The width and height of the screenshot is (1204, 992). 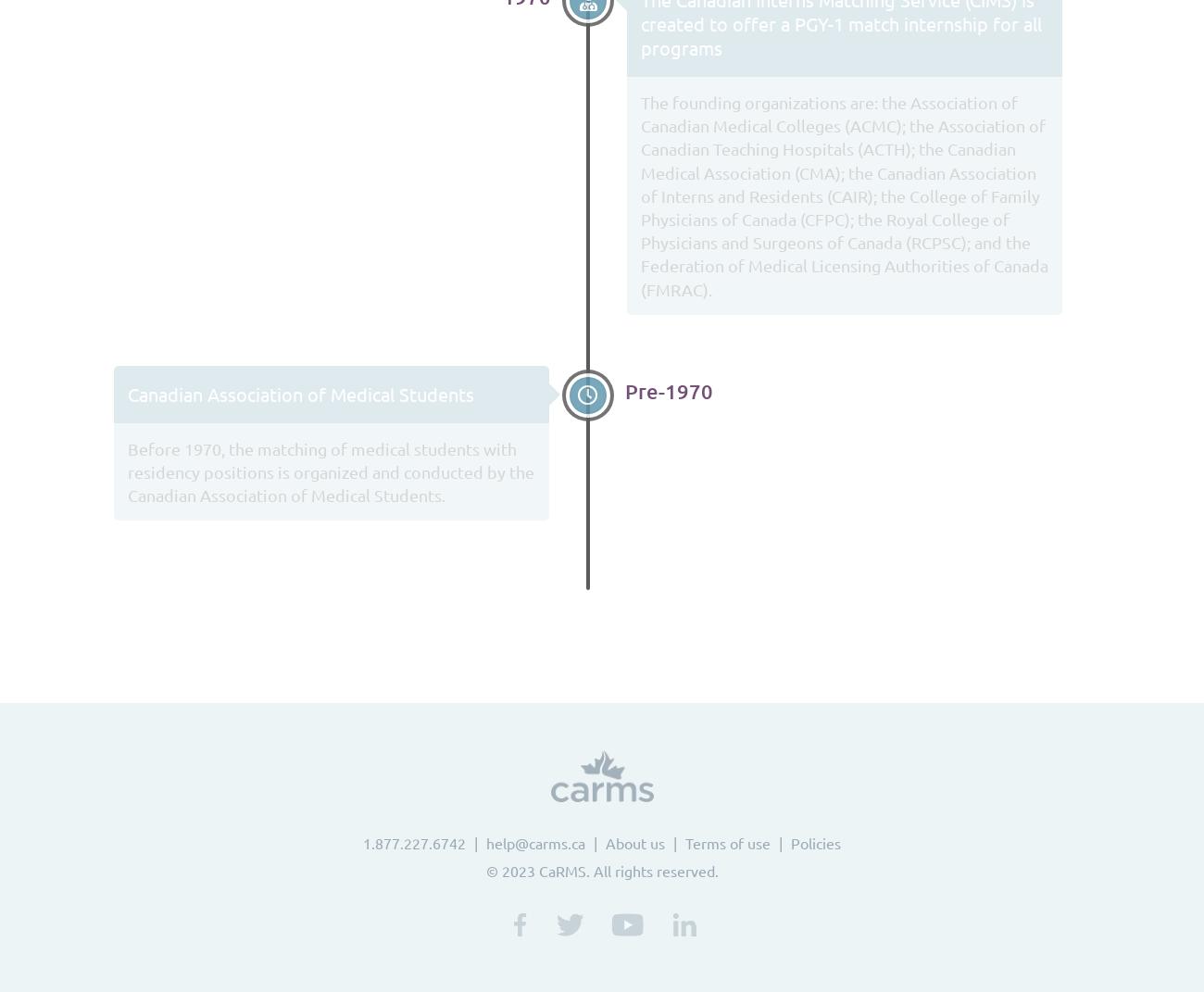 I want to click on 'The founding organizations are: the Association of Canadian Medical Colleges (ACMC); the Association of Canadian Teaching Hospitals (ACTH); the Canadian Medical Association (CMA); the Canadian Association of Interns and Residents (CAIR); the College of Family Physicians of Canada (CFPC); the Royal College of Physicians and Surgeons of Canada (RCPSC); and the Federation of Medical Licensing Authorities of Canada (FMRAC).', so click(x=843, y=194).